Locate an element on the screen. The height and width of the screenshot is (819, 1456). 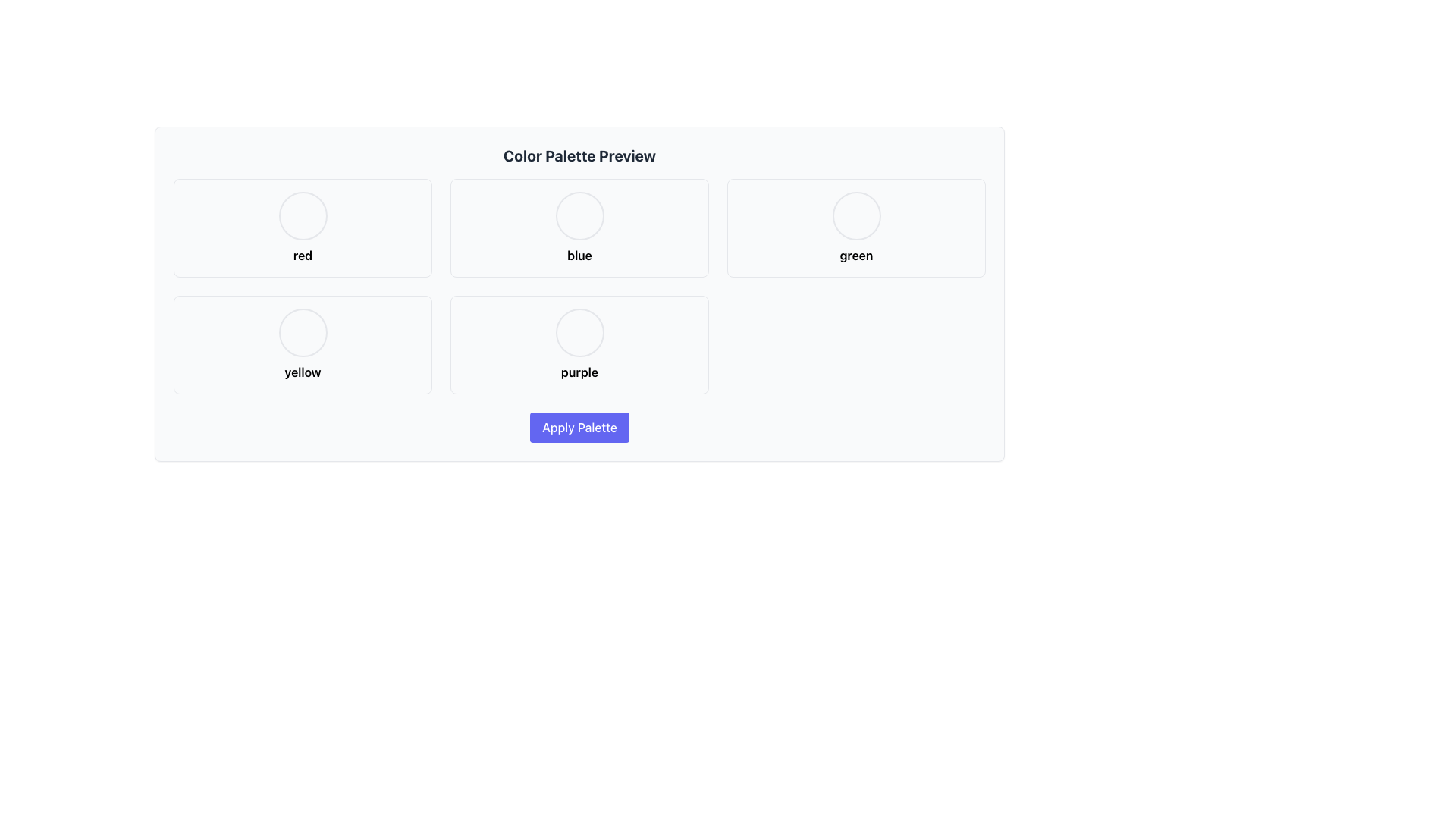
descriptive label indicating the color blue, located at the center column of the top row in the grid layout is located at coordinates (579, 254).